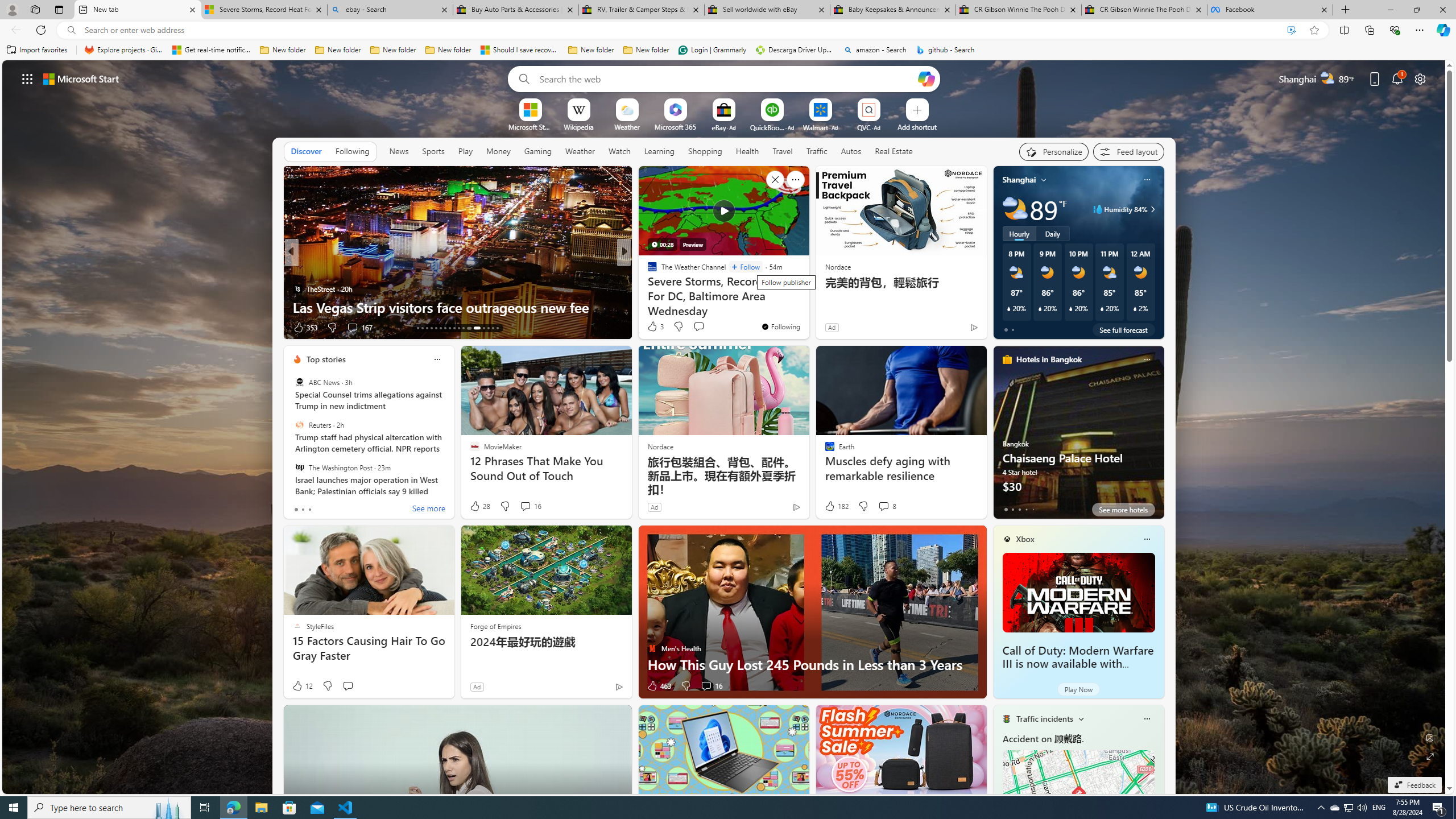 Image resolution: width=1456 pixels, height=819 pixels. What do you see at coordinates (492, 328) in the screenshot?
I see `'AutomationID: tab-28'` at bounding box center [492, 328].